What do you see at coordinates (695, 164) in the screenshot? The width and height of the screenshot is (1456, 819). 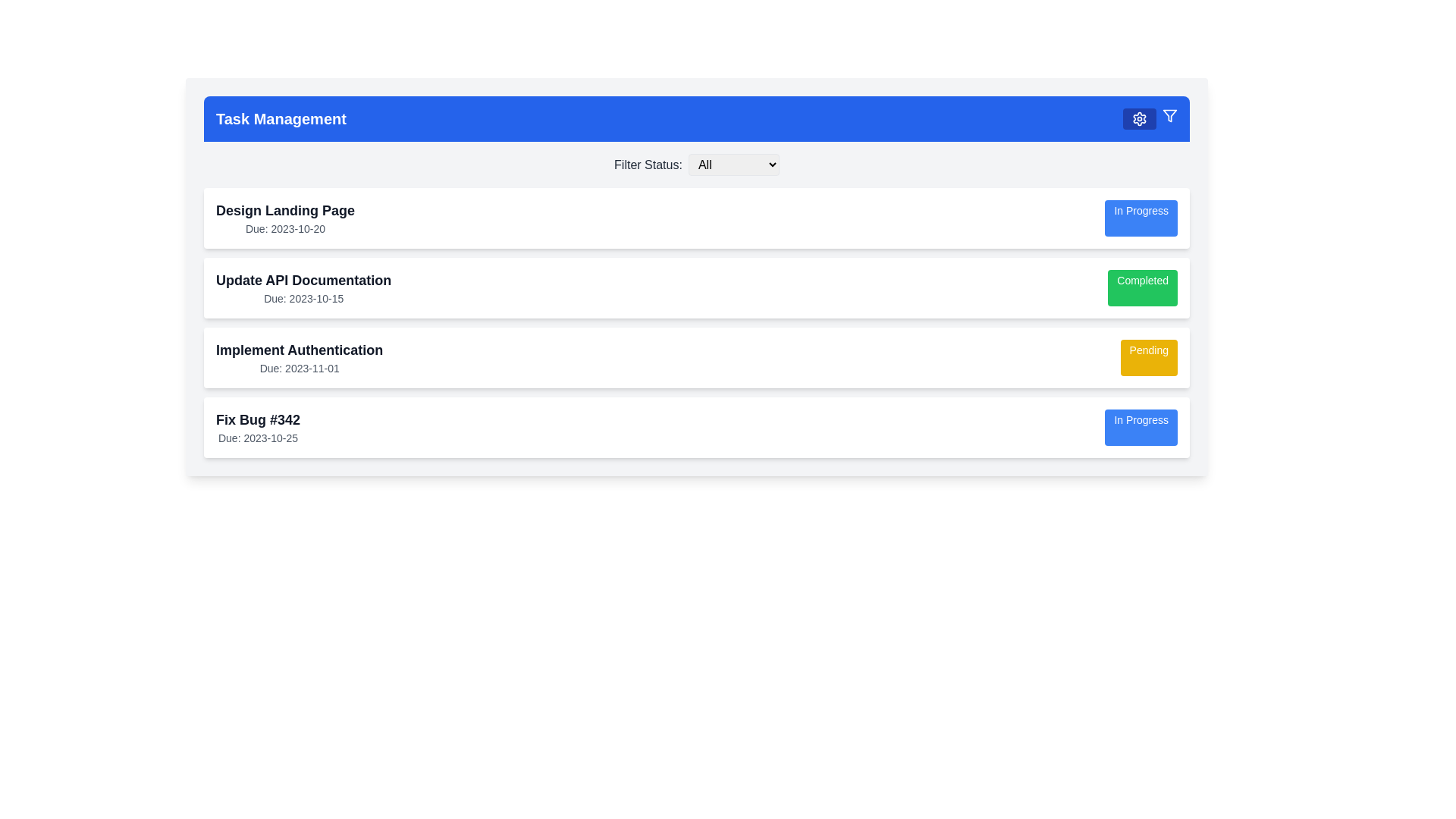 I see `an option from the dropdown menu located below the 'Task Management' header, which allows filtering tasks by their status` at bounding box center [695, 164].